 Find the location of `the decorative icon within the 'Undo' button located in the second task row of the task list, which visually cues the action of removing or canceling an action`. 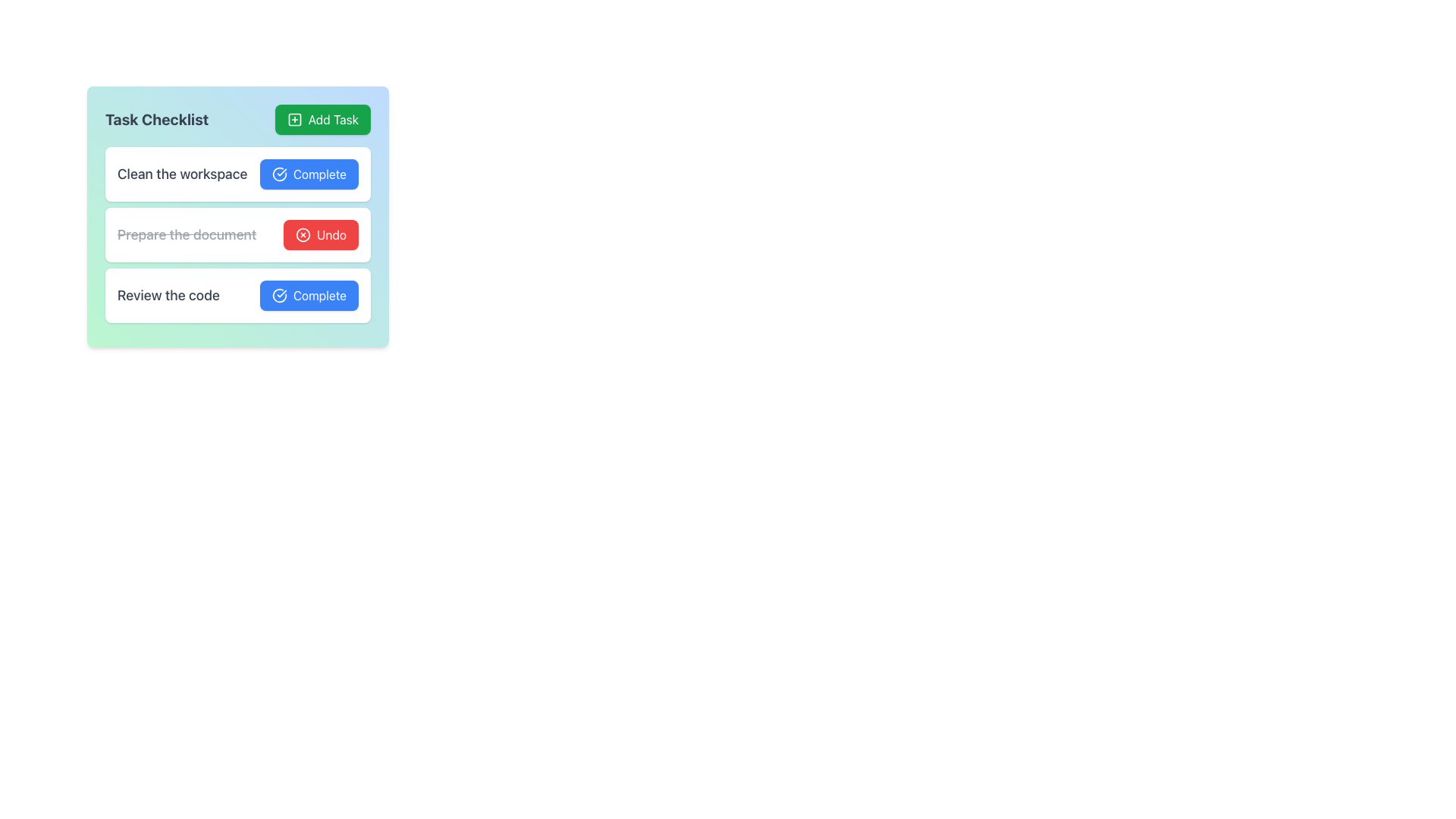

the decorative icon within the 'Undo' button located in the second task row of the task list, which visually cues the action of removing or canceling an action is located at coordinates (303, 234).